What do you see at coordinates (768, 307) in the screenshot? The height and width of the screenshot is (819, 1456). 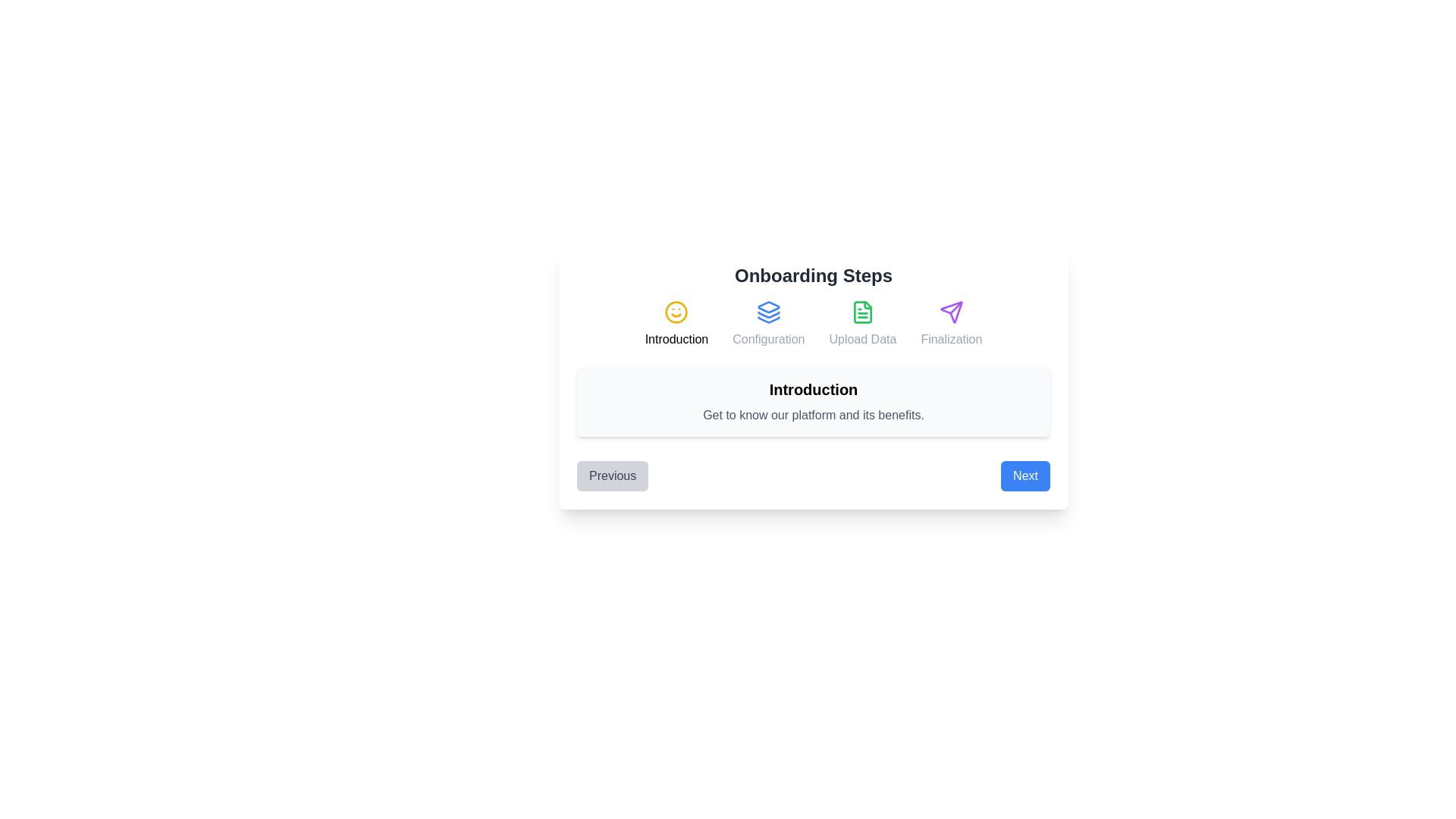 I see `the decorative vector graphic element shaped like a tilted, layered rhombus, which is the first component in the 'Configuration' step icon during the onboarding process` at bounding box center [768, 307].